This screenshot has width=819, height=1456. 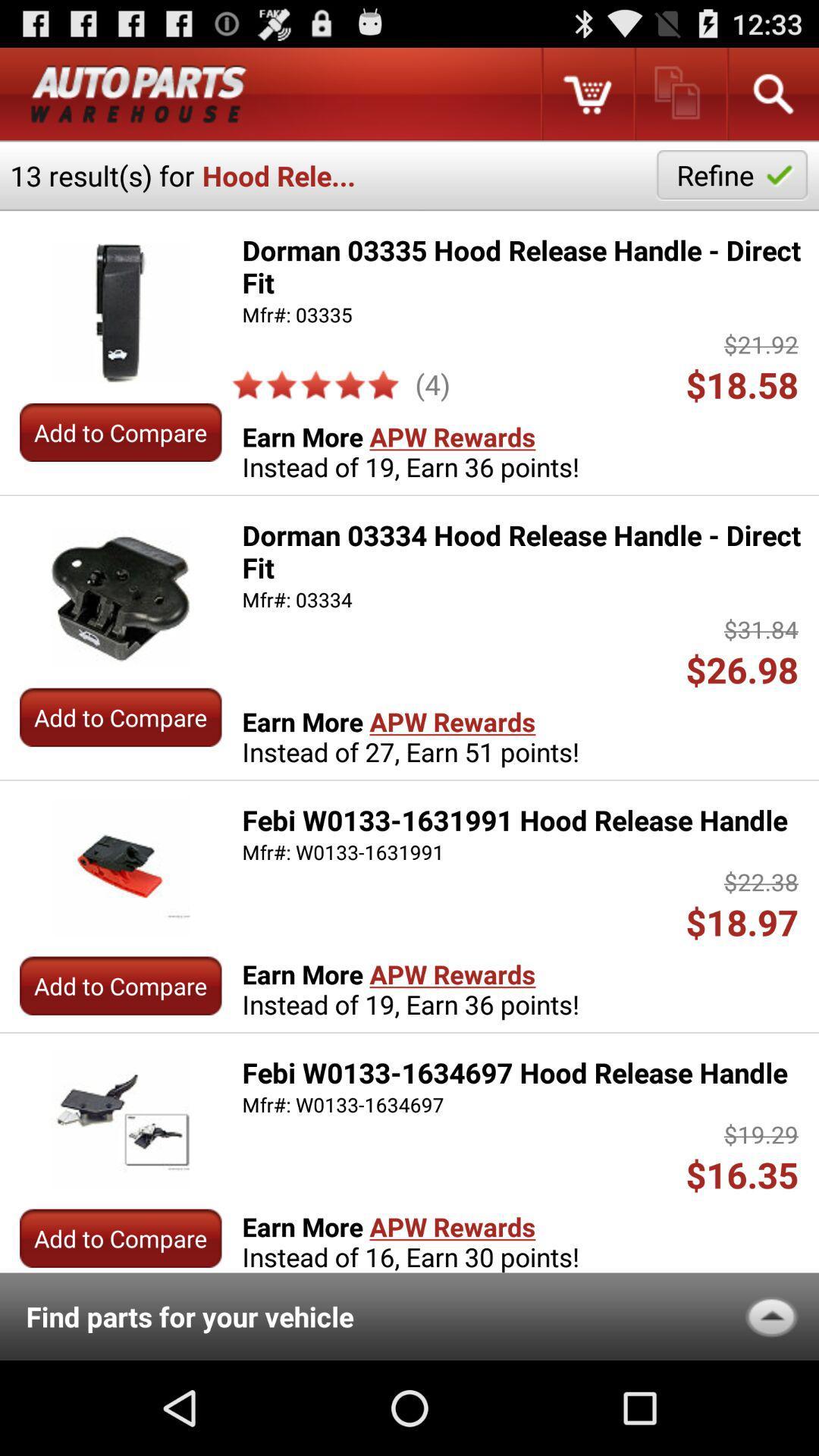 I want to click on the cart icon, so click(x=586, y=99).